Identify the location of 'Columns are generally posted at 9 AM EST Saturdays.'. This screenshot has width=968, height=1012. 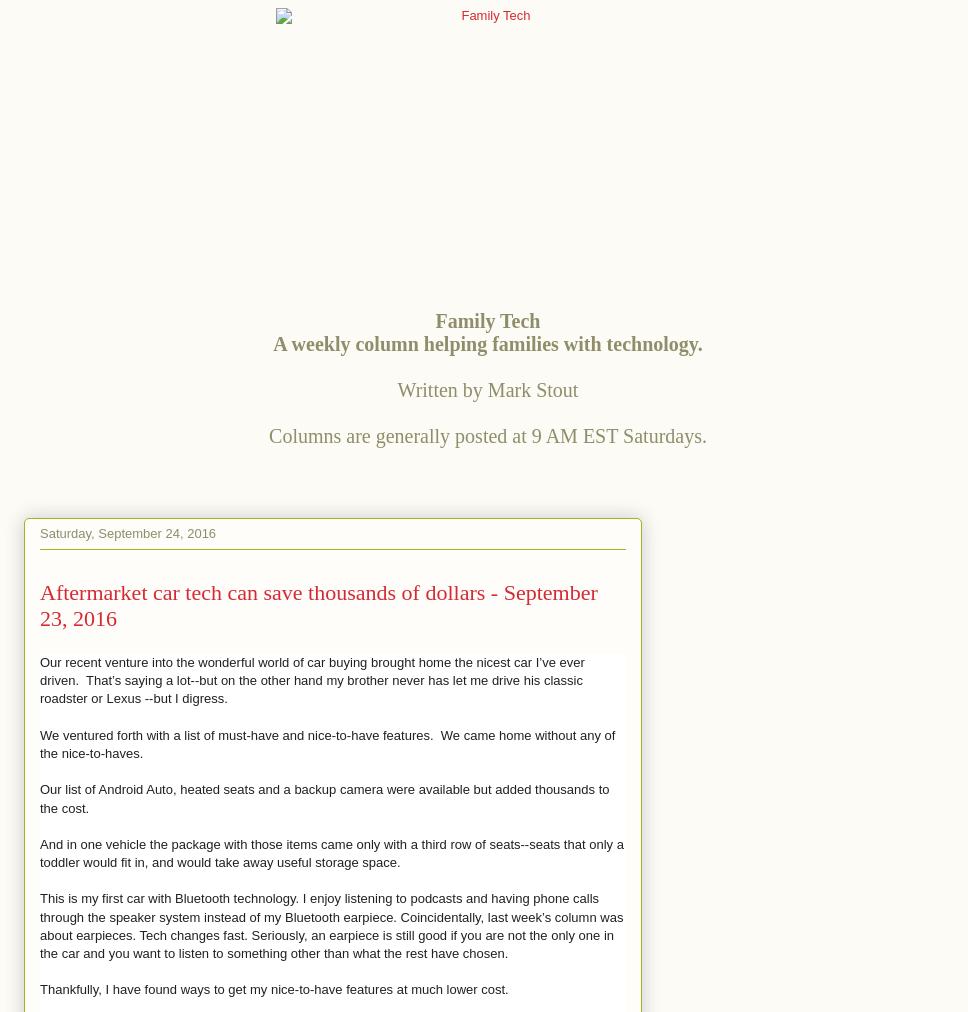
(269, 435).